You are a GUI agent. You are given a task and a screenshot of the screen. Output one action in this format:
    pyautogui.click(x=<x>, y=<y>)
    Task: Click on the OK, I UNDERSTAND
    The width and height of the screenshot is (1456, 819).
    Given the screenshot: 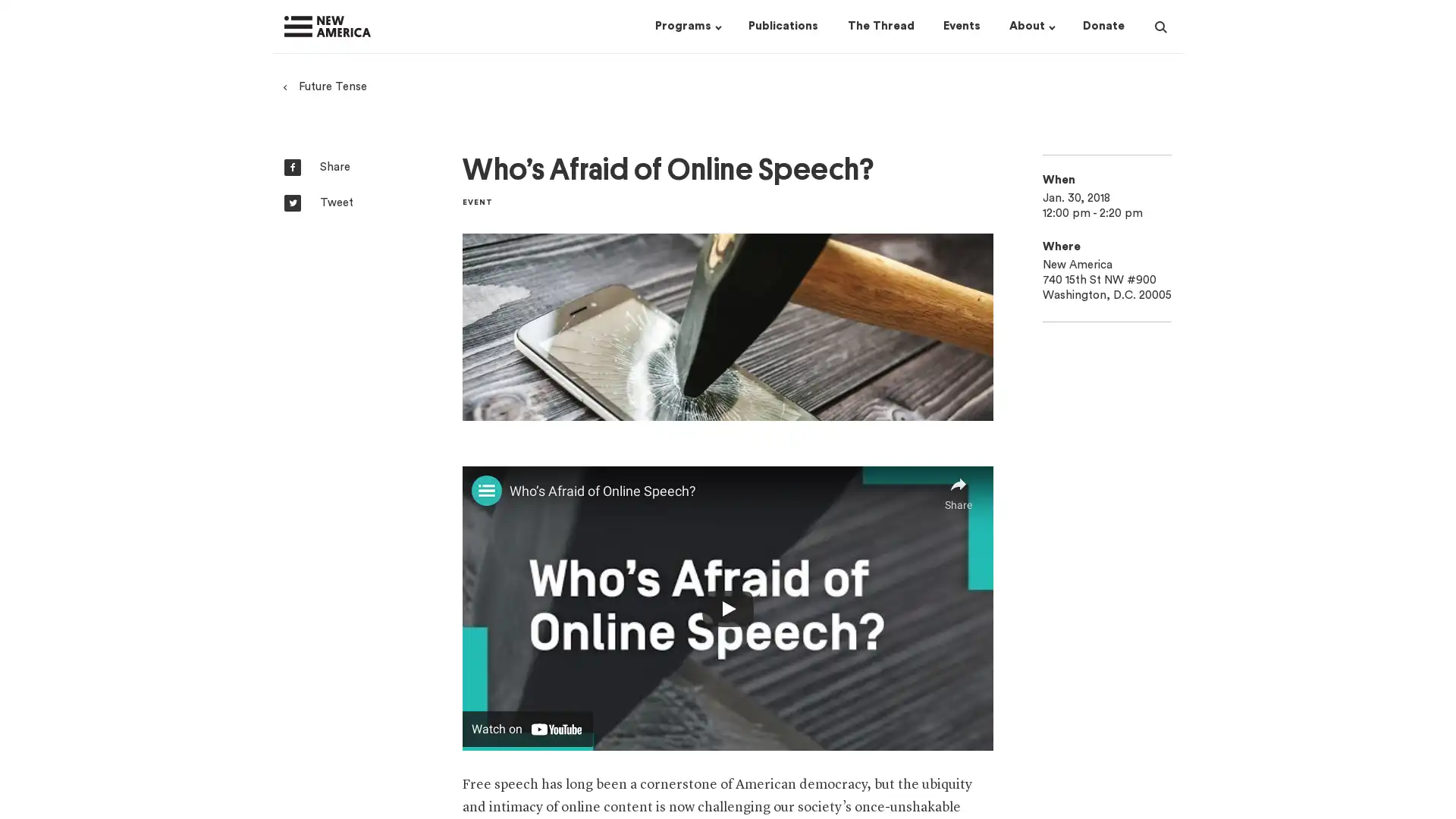 What is the action you would take?
    pyautogui.click(x=1038, y=789)
    